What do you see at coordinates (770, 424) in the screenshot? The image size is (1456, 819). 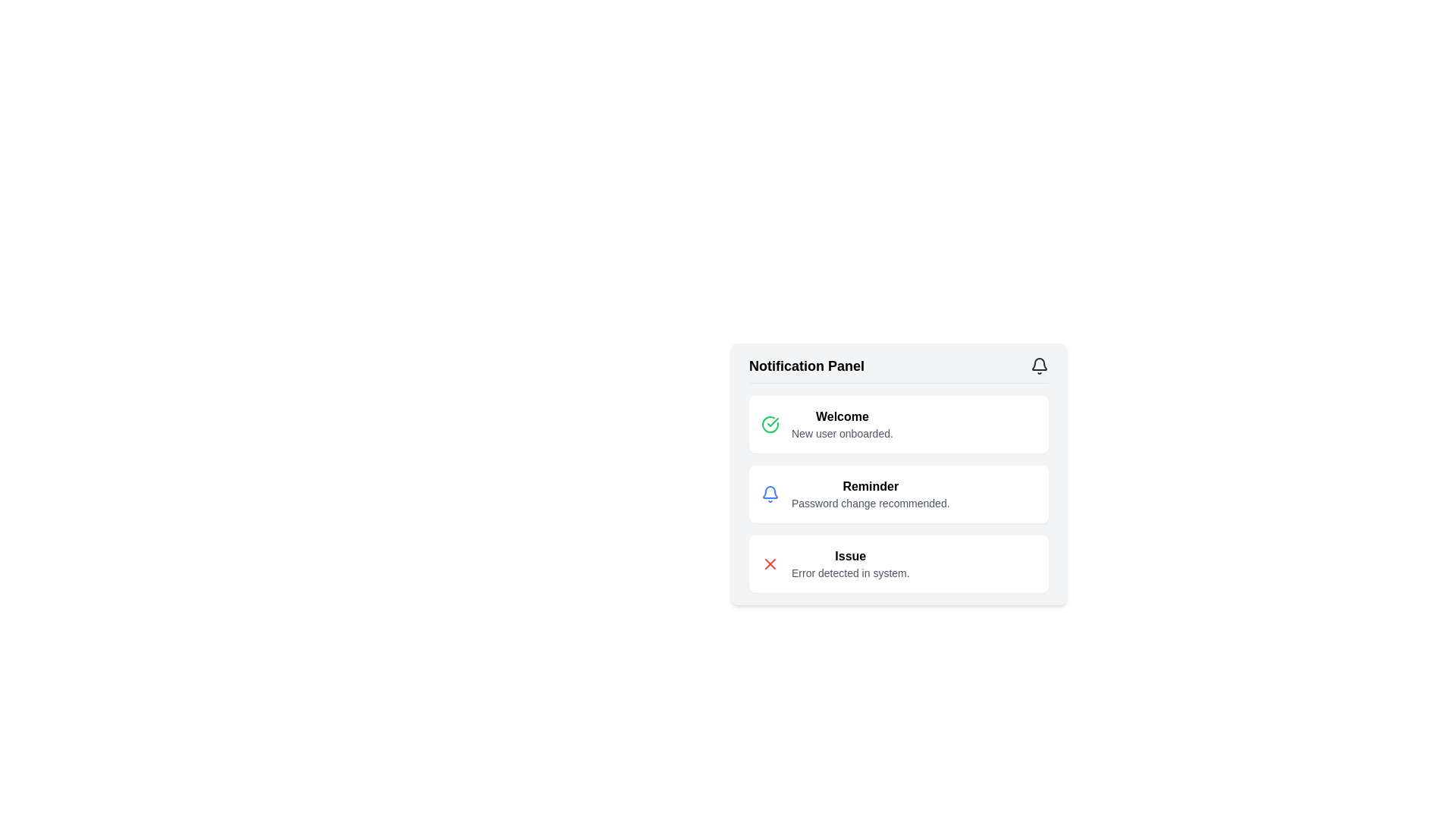 I see `the circular success icon with a green outline and check mark located in the first notification panel, next to the header 'Welcome' and subtext 'New user onboarded'` at bounding box center [770, 424].